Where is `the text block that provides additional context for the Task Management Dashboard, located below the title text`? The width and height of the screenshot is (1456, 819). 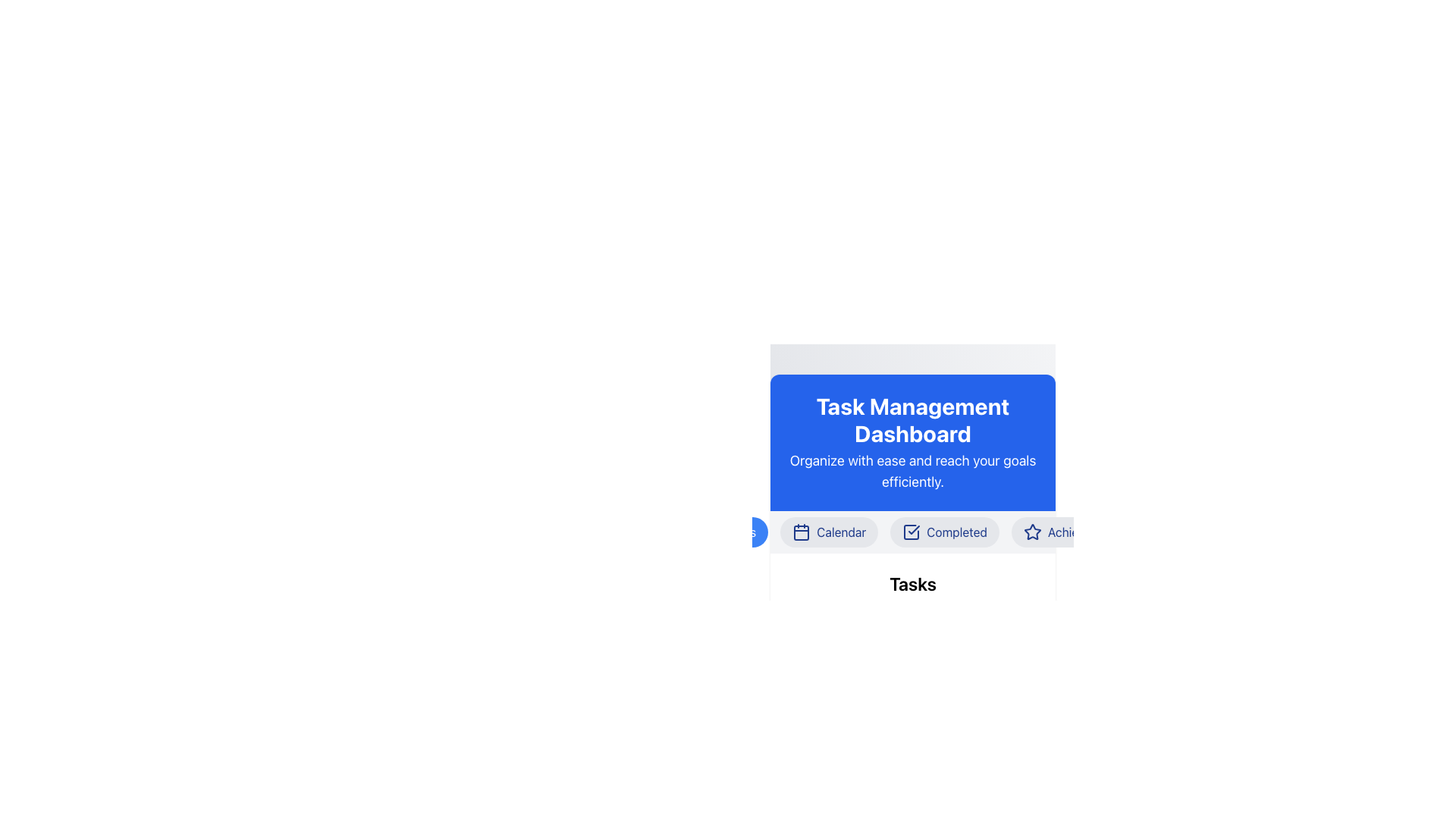 the text block that provides additional context for the Task Management Dashboard, located below the title text is located at coordinates (912, 470).